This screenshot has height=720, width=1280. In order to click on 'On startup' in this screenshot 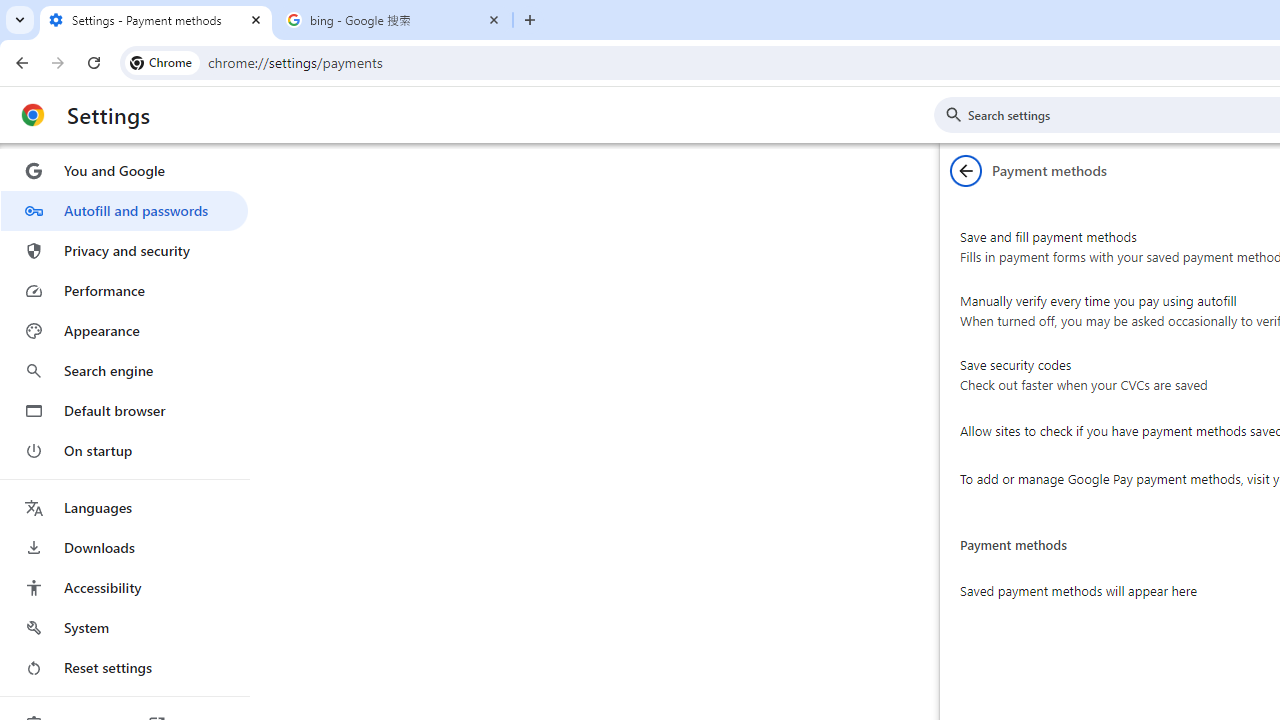, I will do `click(123, 451)`.